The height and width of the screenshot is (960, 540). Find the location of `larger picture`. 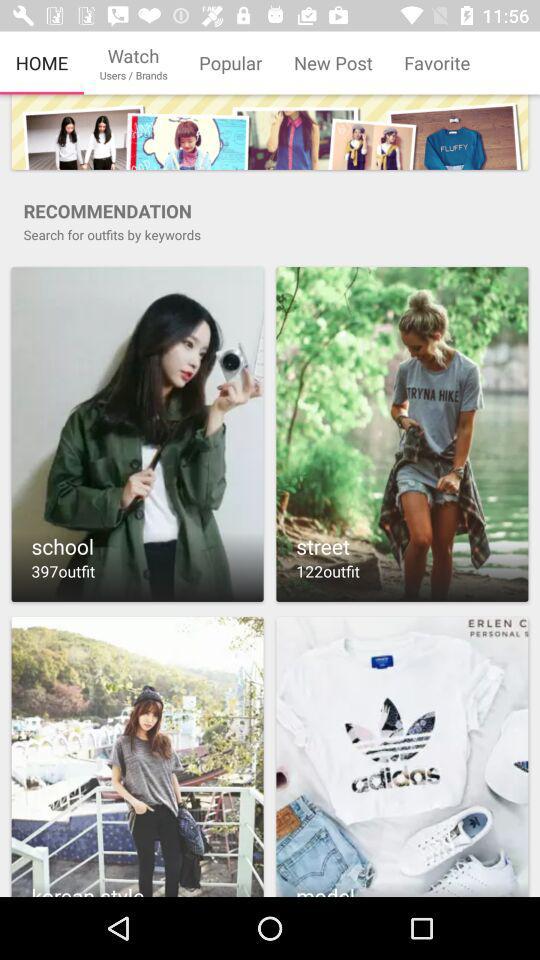

larger picture is located at coordinates (402, 755).